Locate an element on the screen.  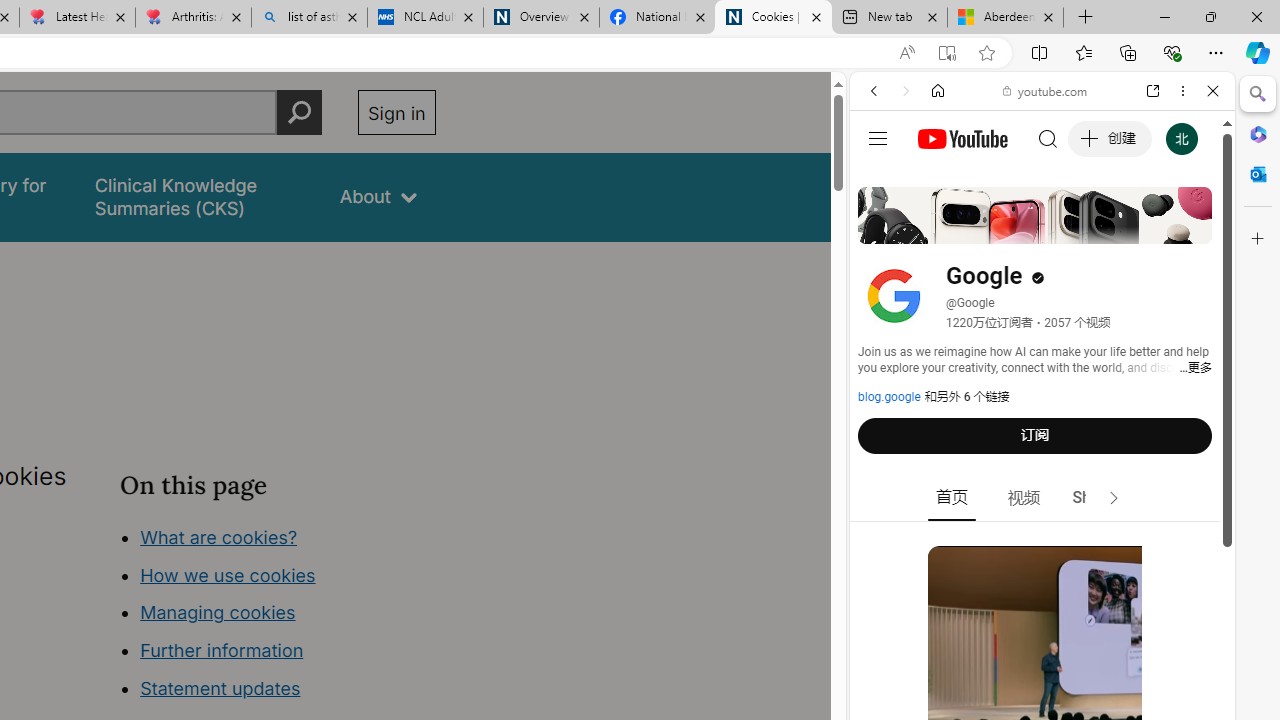
'false' is located at coordinates (199, 197).